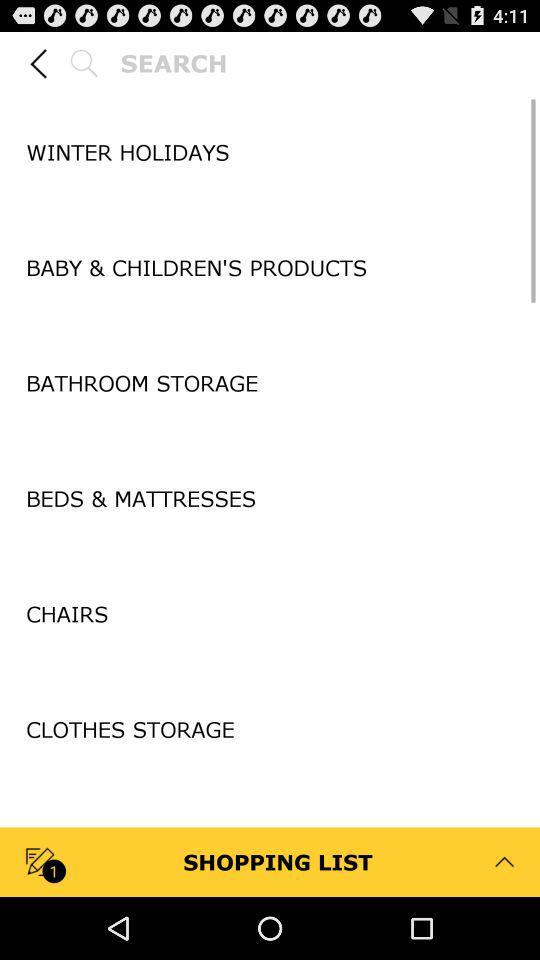 The width and height of the screenshot is (540, 960). Describe the element at coordinates (270, 382) in the screenshot. I see `the bathroom storage app` at that location.